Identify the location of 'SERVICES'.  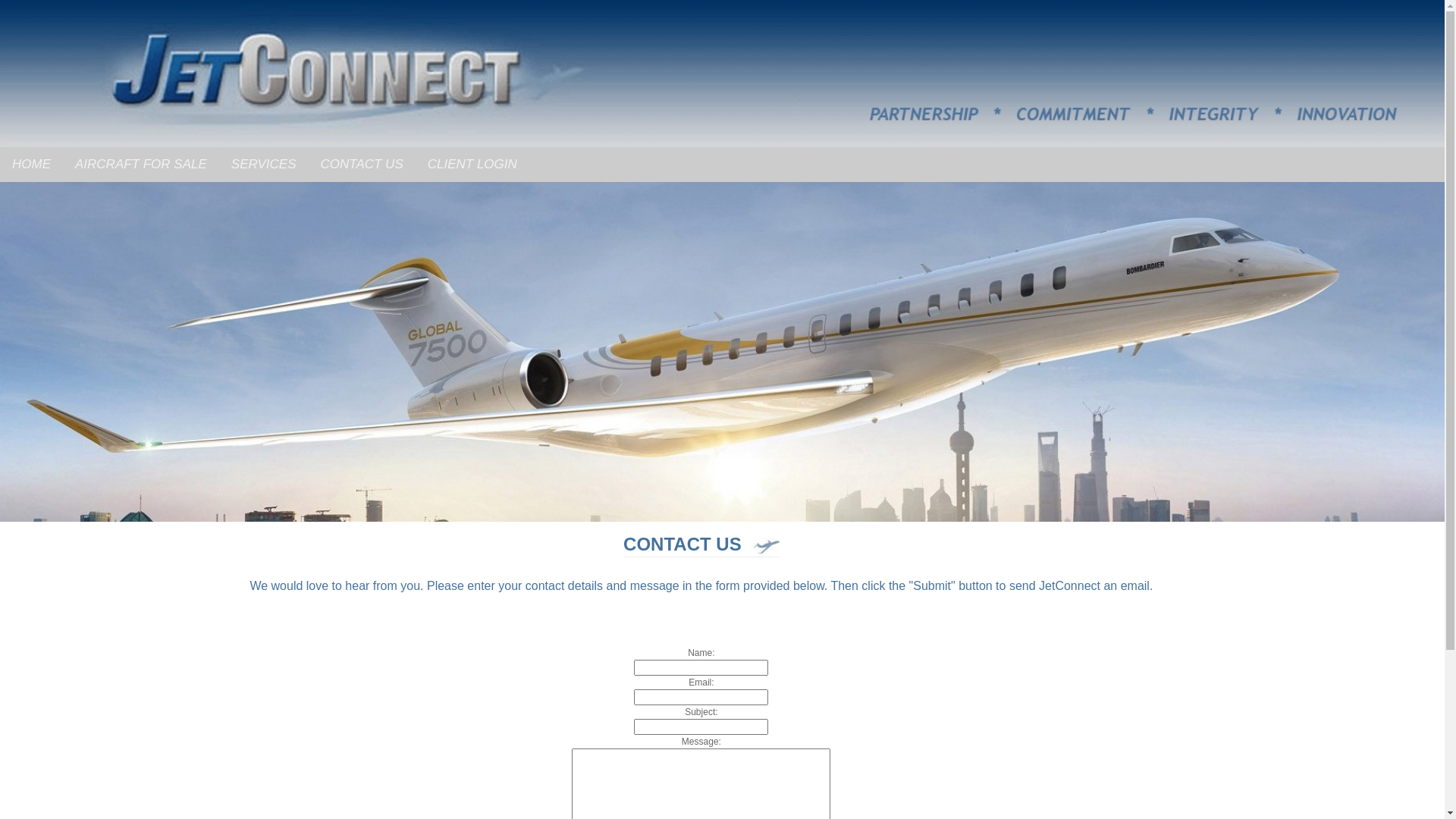
(263, 164).